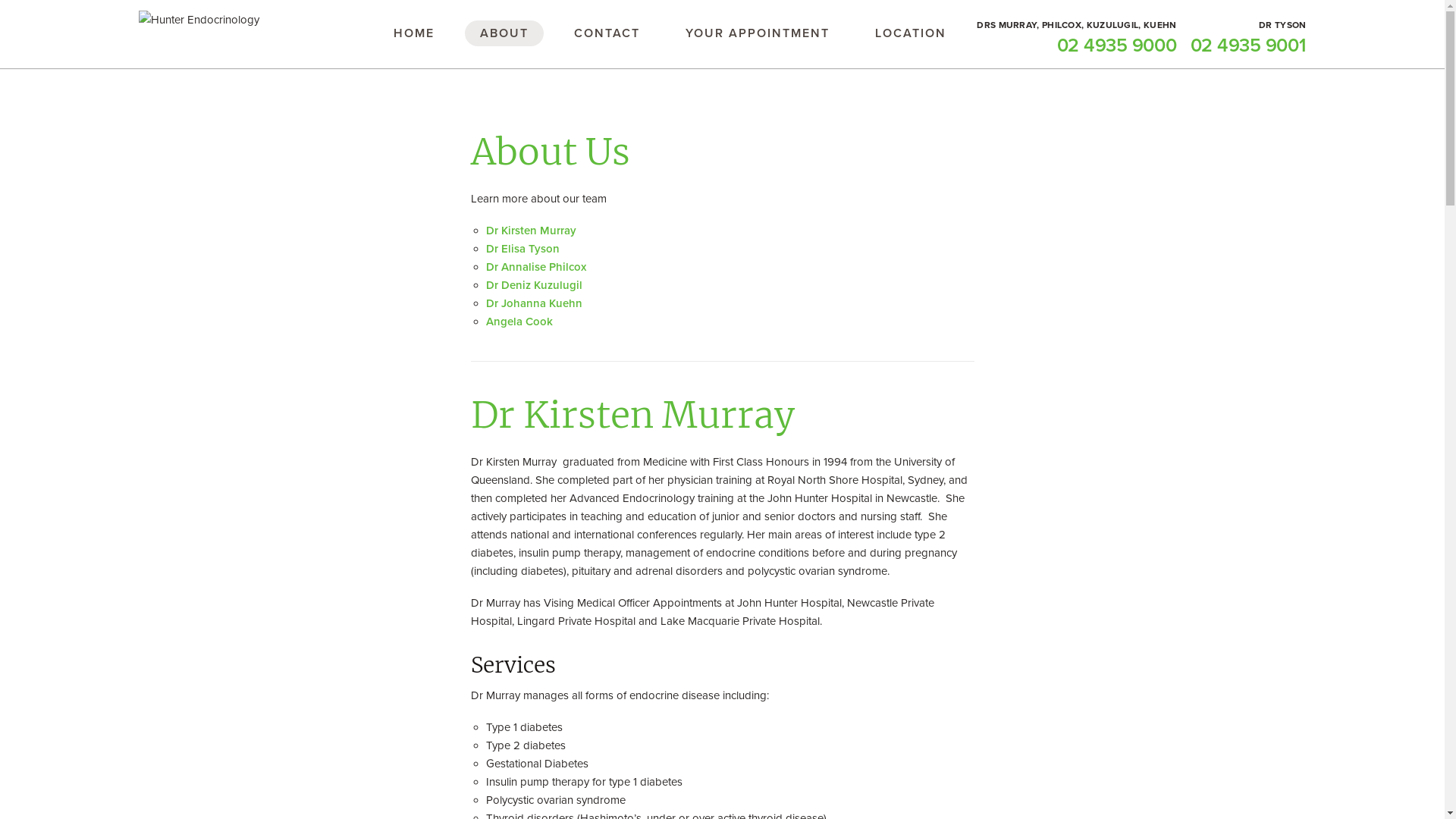  What do you see at coordinates (757, 33) in the screenshot?
I see `'YOUR APPOINTMENT'` at bounding box center [757, 33].